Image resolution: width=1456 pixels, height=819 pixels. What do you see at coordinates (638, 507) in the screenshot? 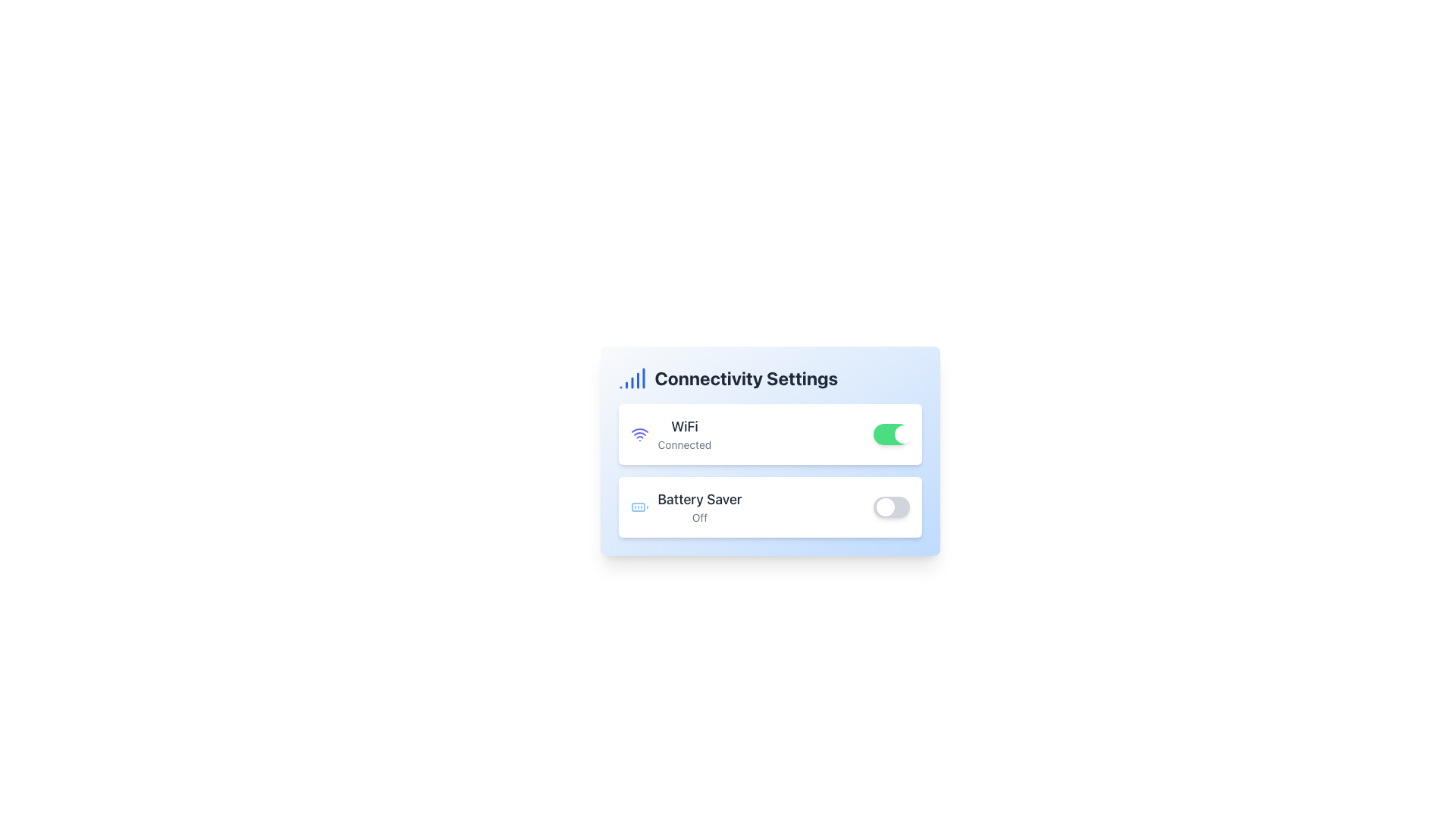
I see `the decorative rectangle that forms the main body of the battery icon located adjacent to the 'Battery Saver' text in the settings panel` at bounding box center [638, 507].